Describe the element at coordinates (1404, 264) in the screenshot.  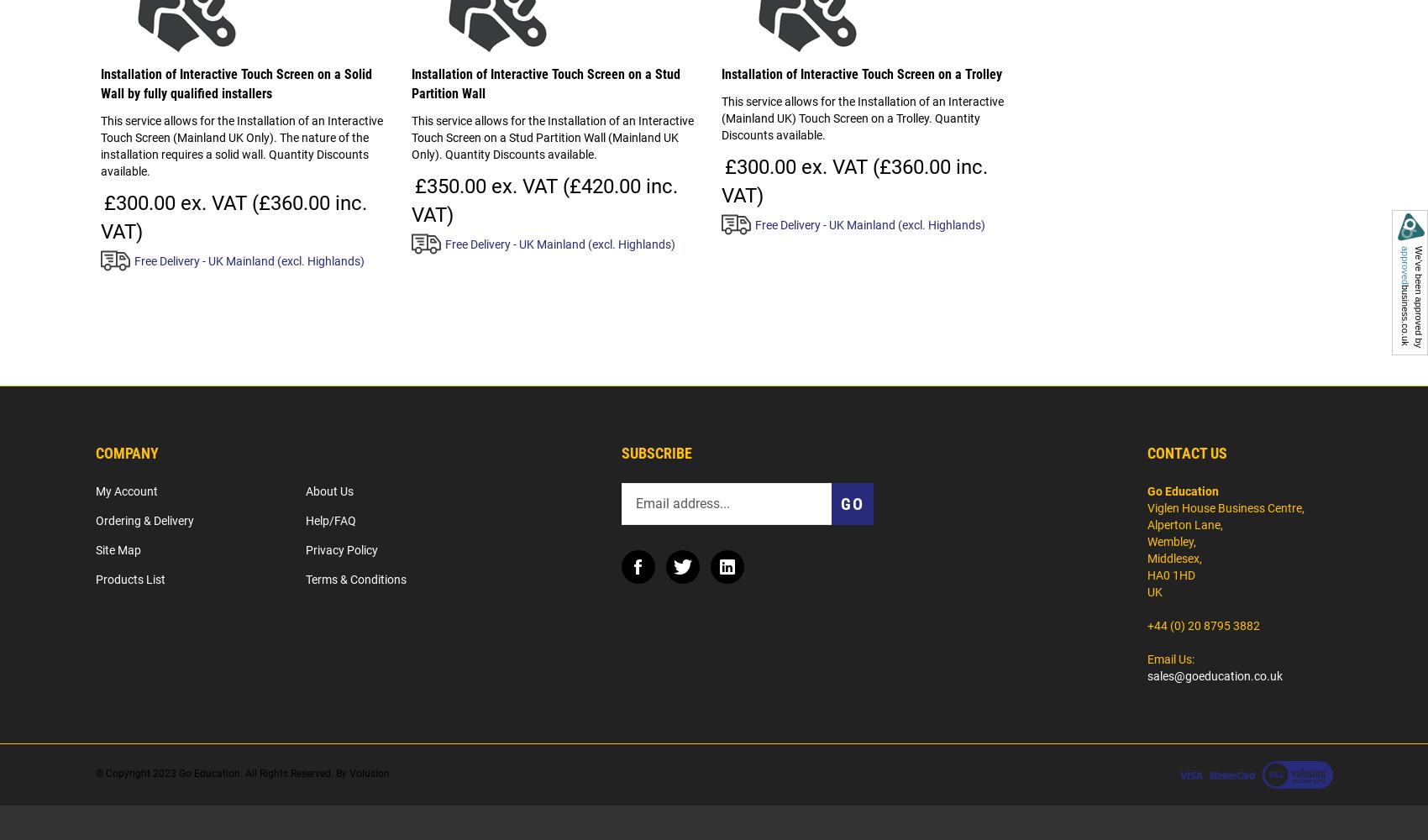
I see `'approved'` at that location.